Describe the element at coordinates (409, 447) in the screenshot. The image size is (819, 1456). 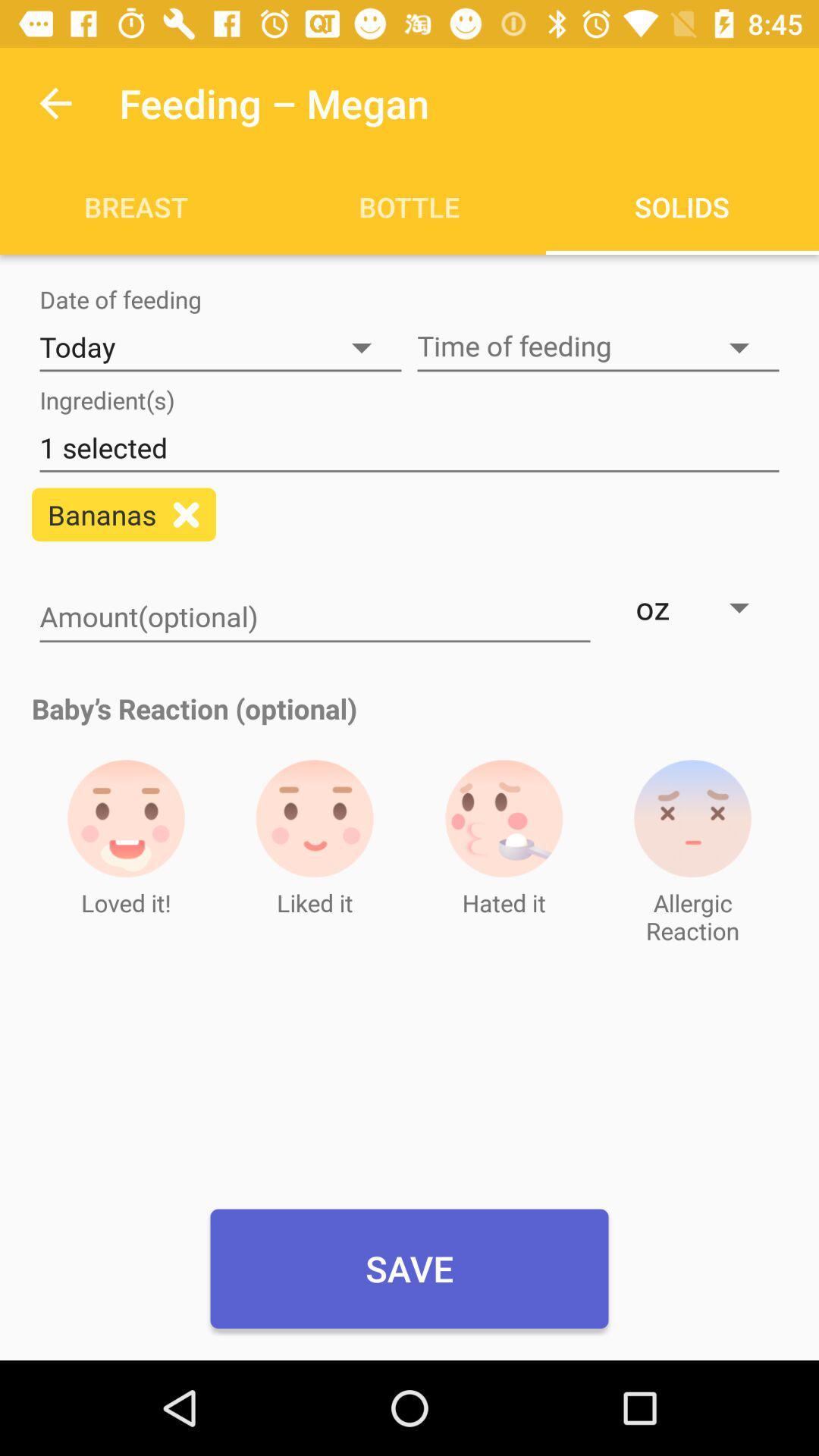
I see `1 selected item` at that location.